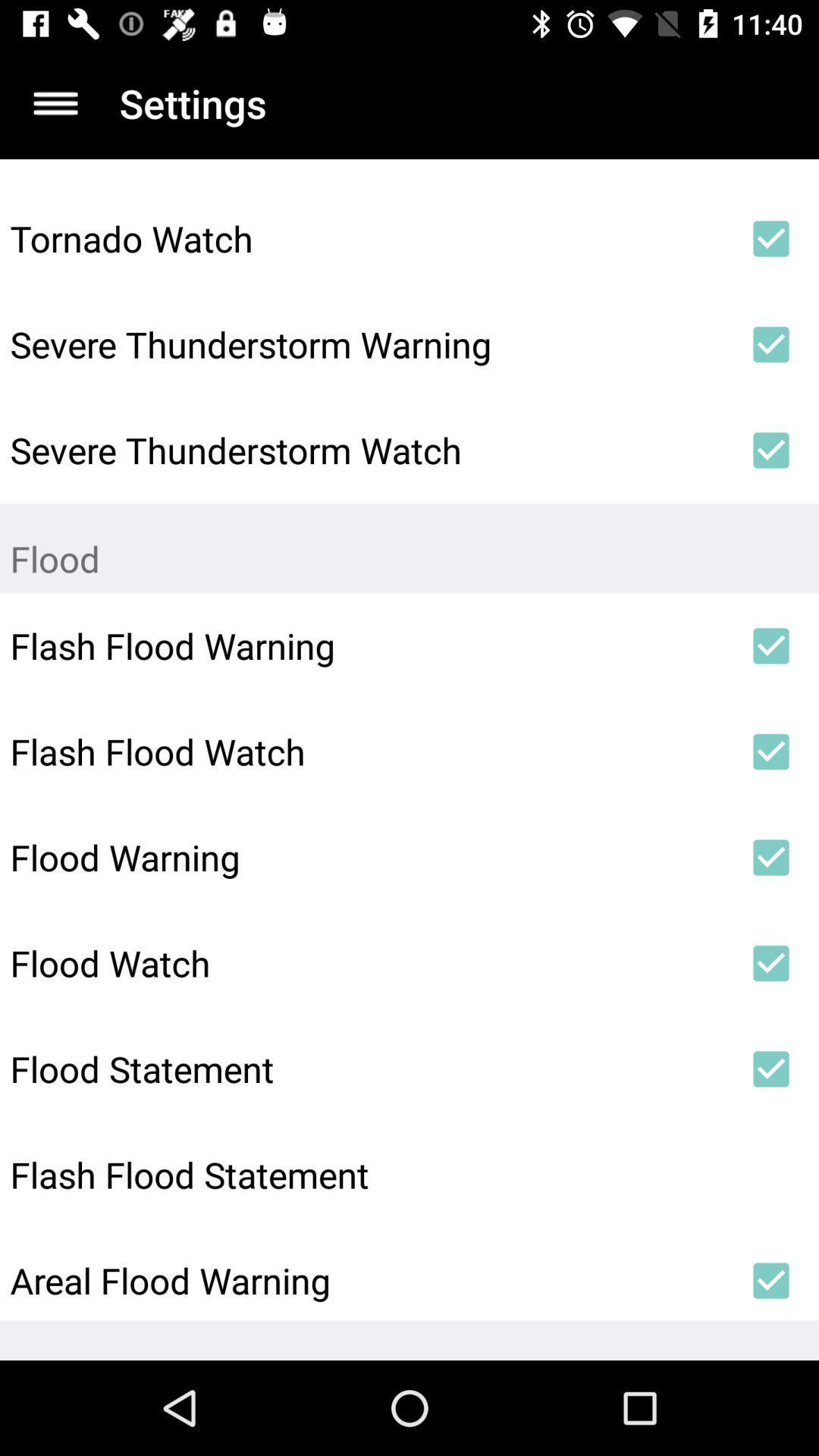 The image size is (819, 1456). Describe the element at coordinates (771, 1280) in the screenshot. I see `the icon to the right of areal flood warning icon` at that location.